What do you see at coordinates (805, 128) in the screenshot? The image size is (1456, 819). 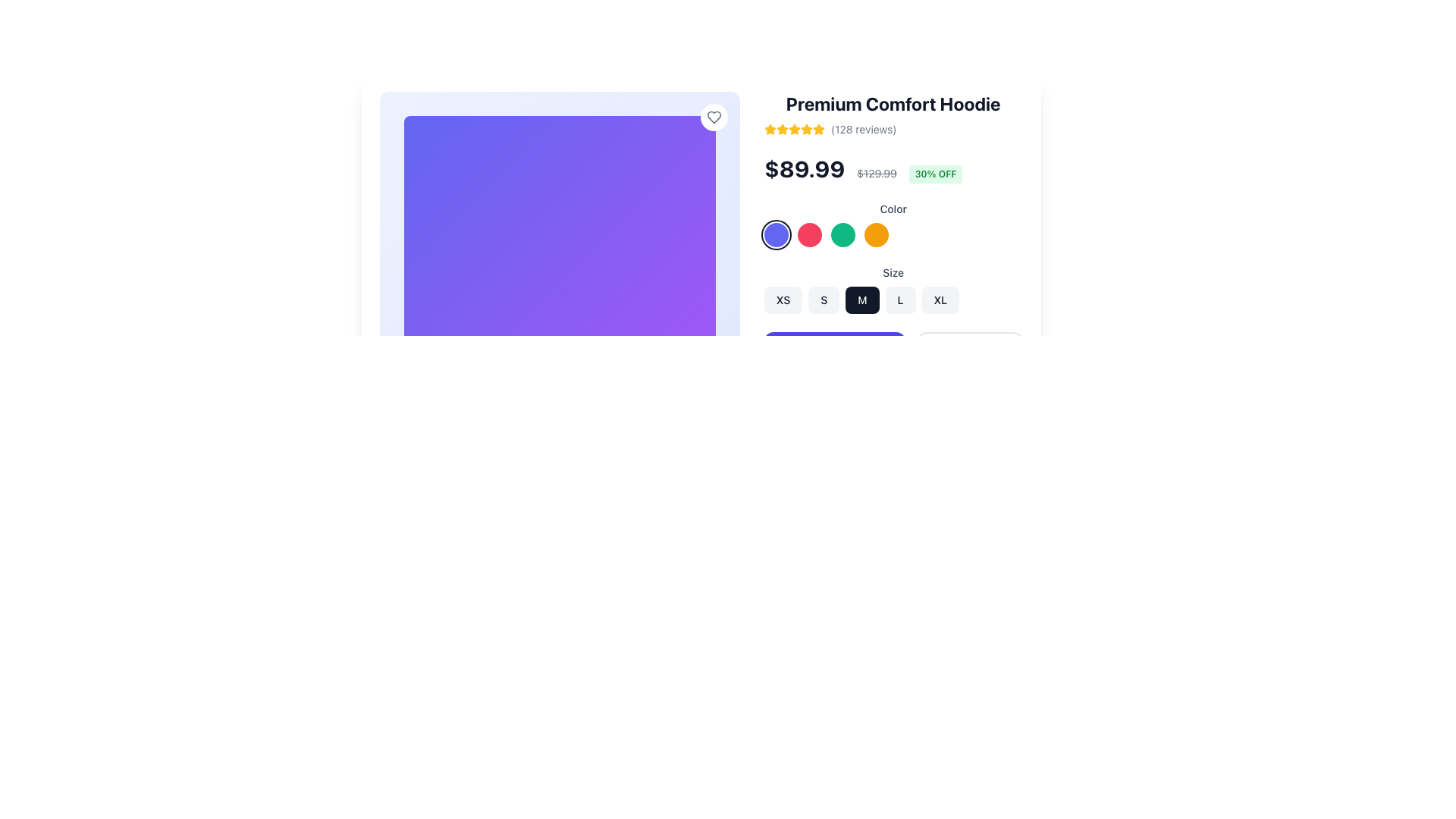 I see `the fourth star icon representing the product rating for 'Premium Comfort Hoodie', located above the review count text '(128 reviews)'` at bounding box center [805, 128].